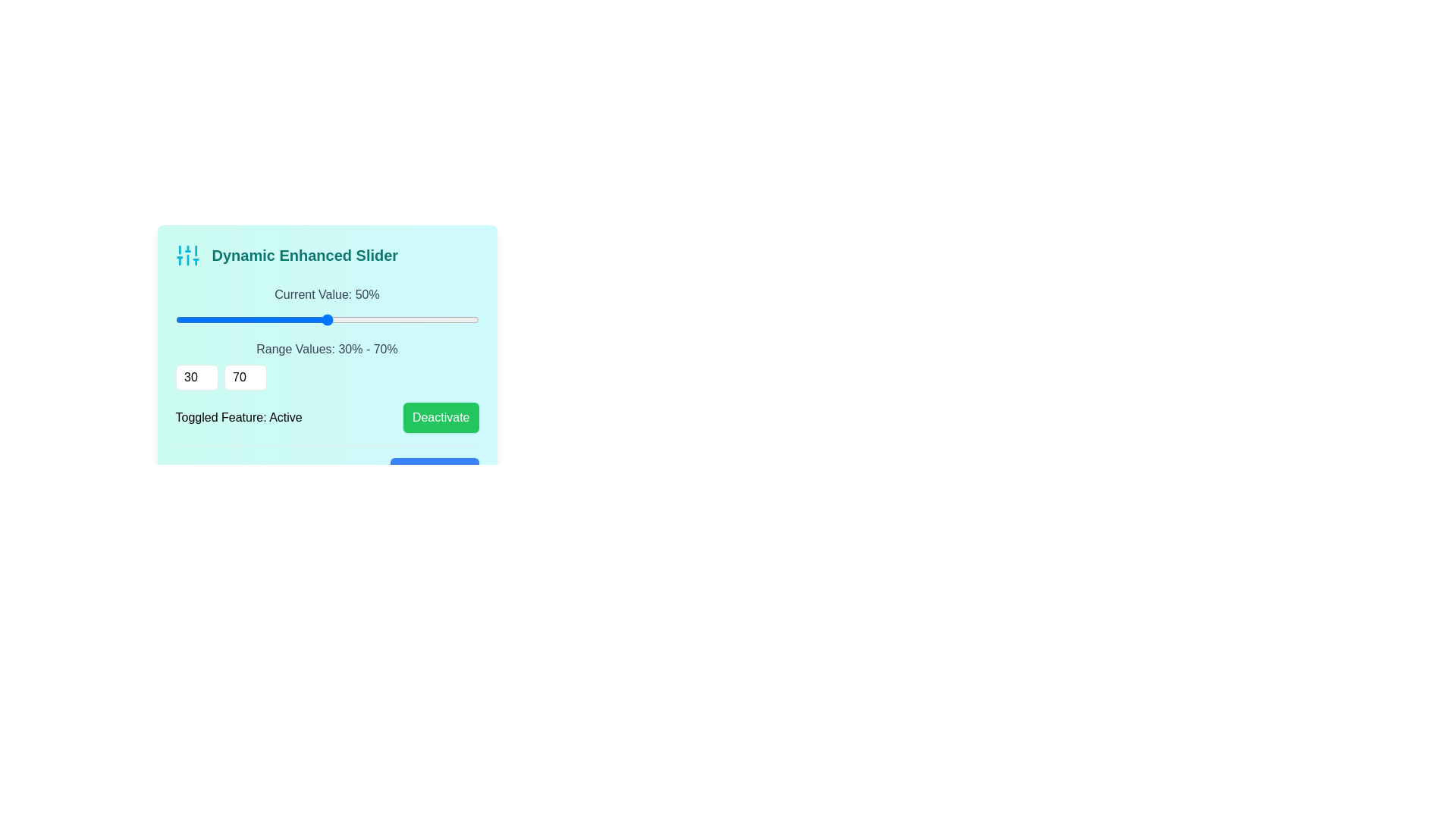 This screenshot has width=1456, height=819. What do you see at coordinates (410, 472) in the screenshot?
I see `the Checkmark in Circle icon, which is located to the left of the 'Confirm' button within a blue button at the lower part of the interface` at bounding box center [410, 472].